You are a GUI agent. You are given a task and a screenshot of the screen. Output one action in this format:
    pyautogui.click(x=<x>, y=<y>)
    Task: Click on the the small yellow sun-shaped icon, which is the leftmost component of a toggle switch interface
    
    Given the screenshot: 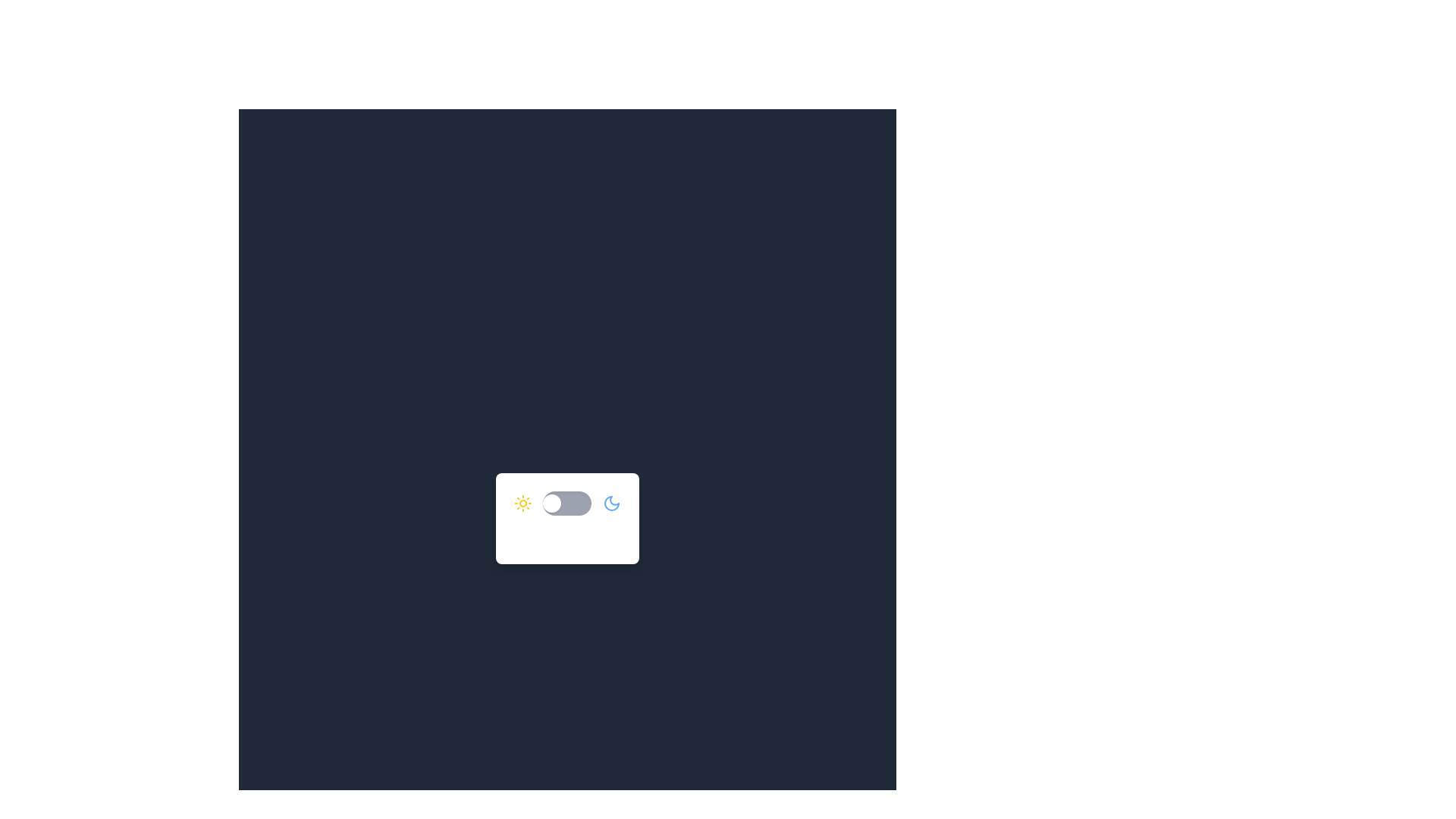 What is the action you would take?
    pyautogui.click(x=522, y=503)
    